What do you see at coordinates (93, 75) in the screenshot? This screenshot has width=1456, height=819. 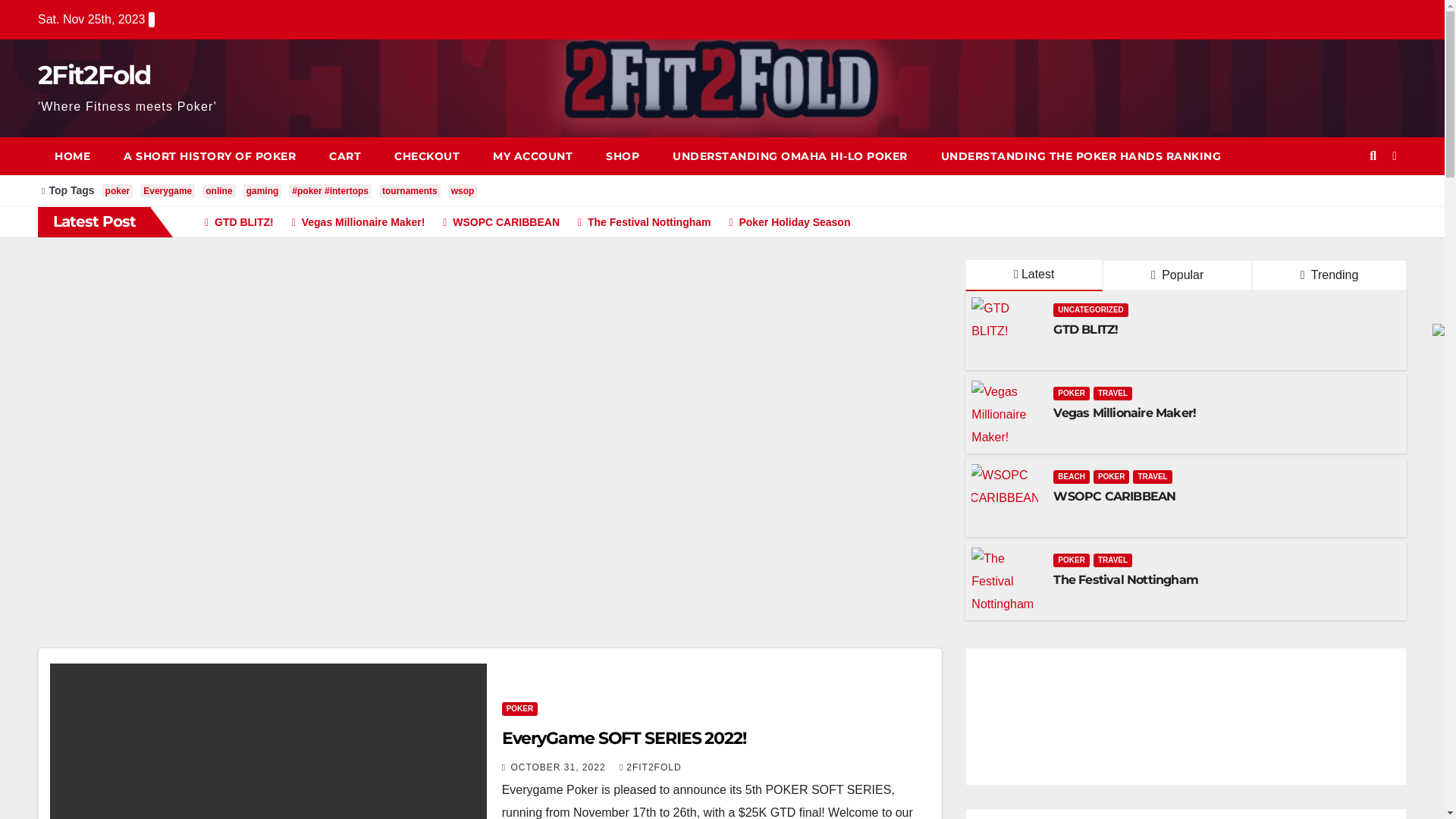 I see `'2Fit2Fold'` at bounding box center [93, 75].